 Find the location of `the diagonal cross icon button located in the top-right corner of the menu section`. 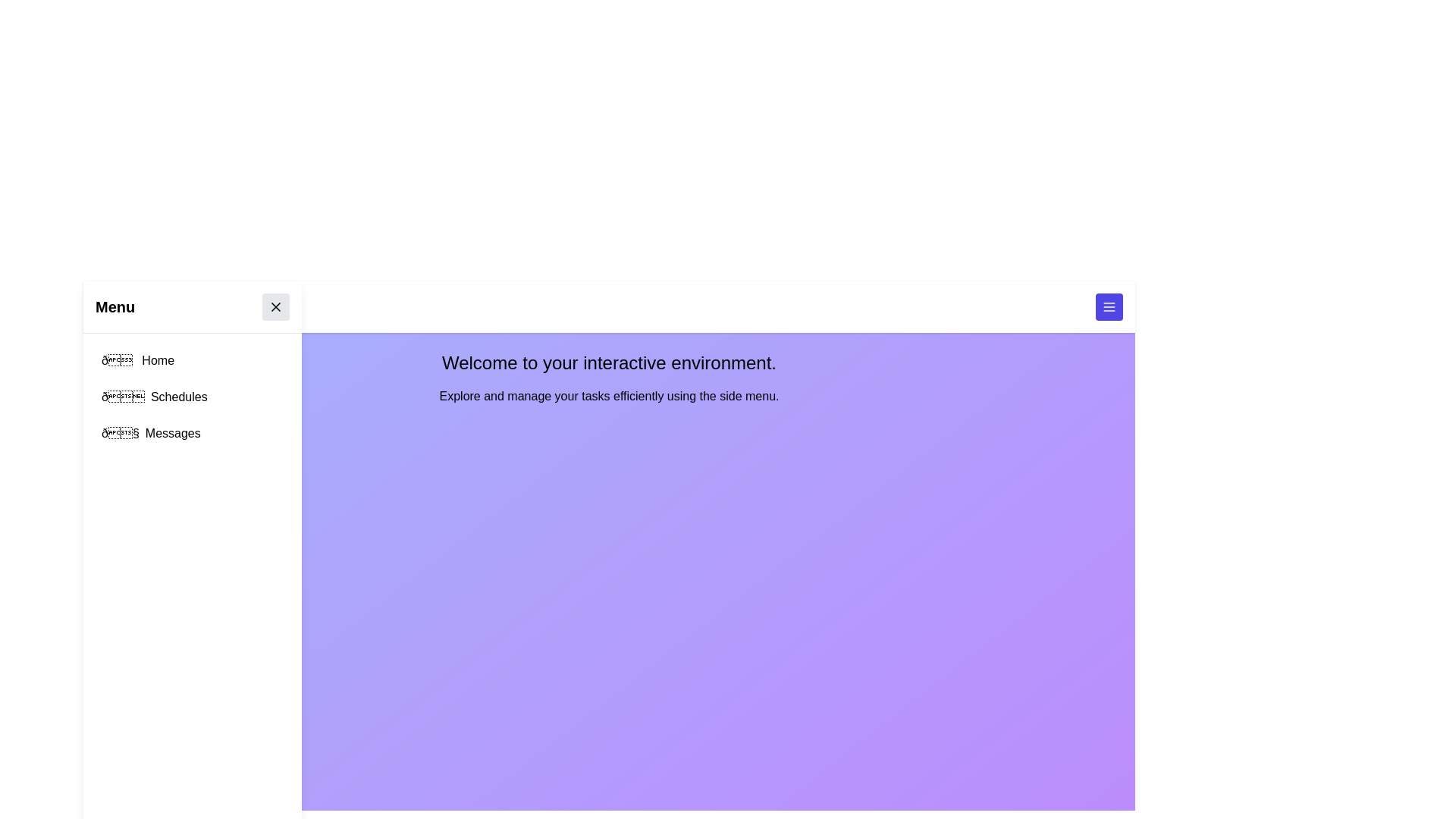

the diagonal cross icon button located in the top-right corner of the menu section is located at coordinates (276, 307).